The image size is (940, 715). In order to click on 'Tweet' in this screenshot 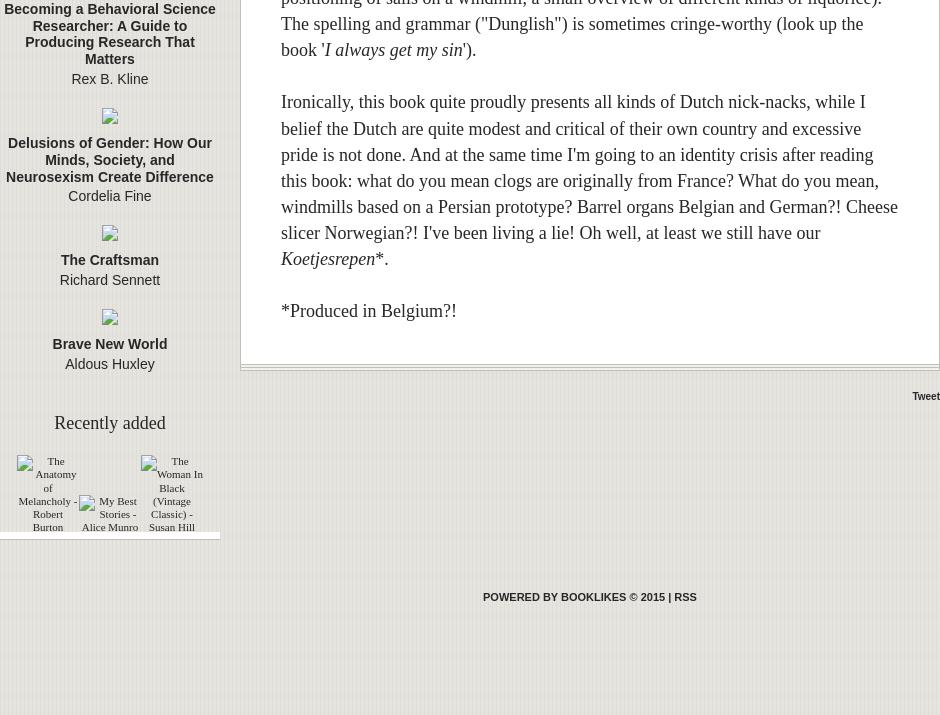, I will do `click(924, 396)`.